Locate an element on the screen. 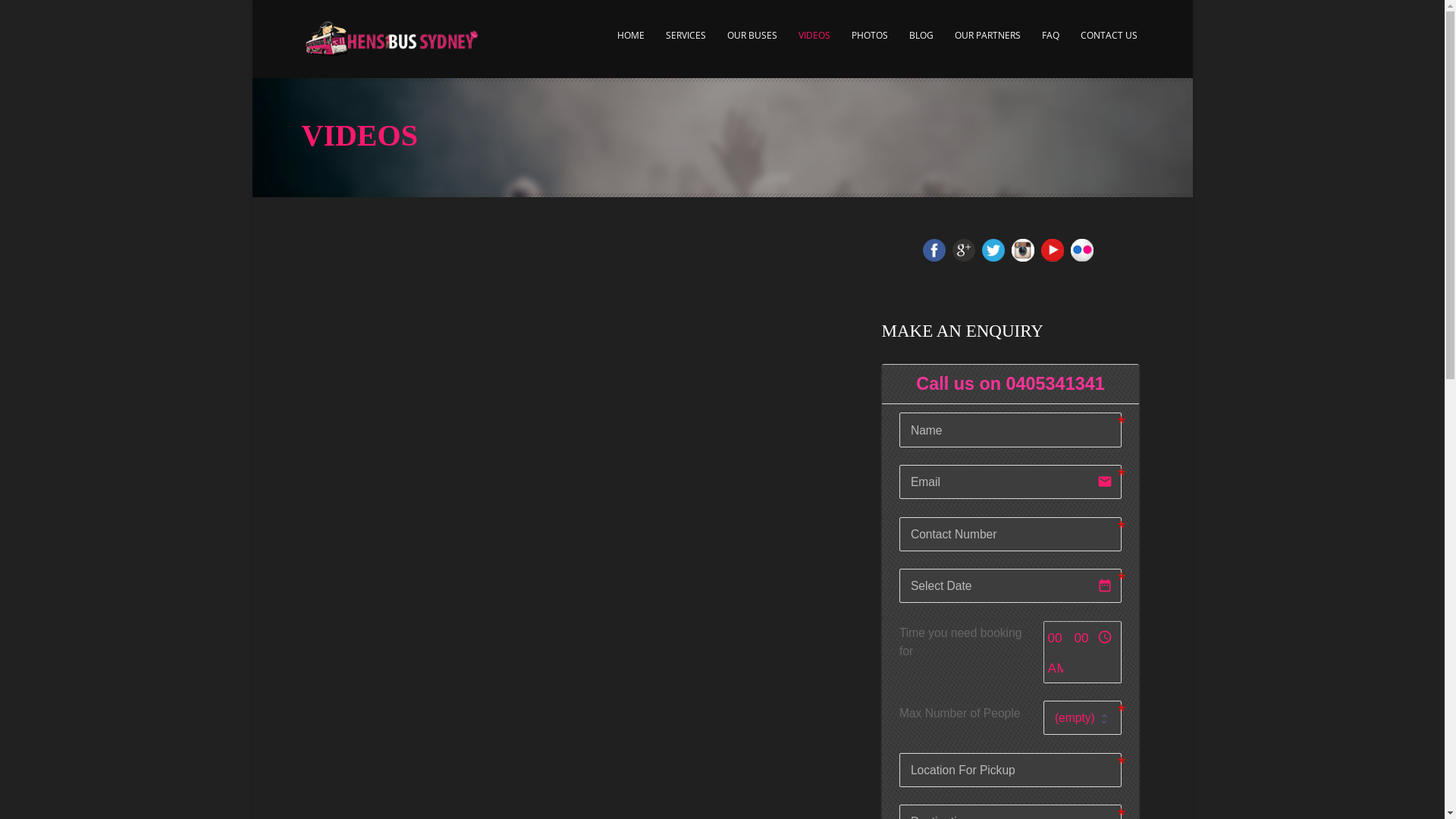  'OUR PARTNERS' is located at coordinates (987, 42).